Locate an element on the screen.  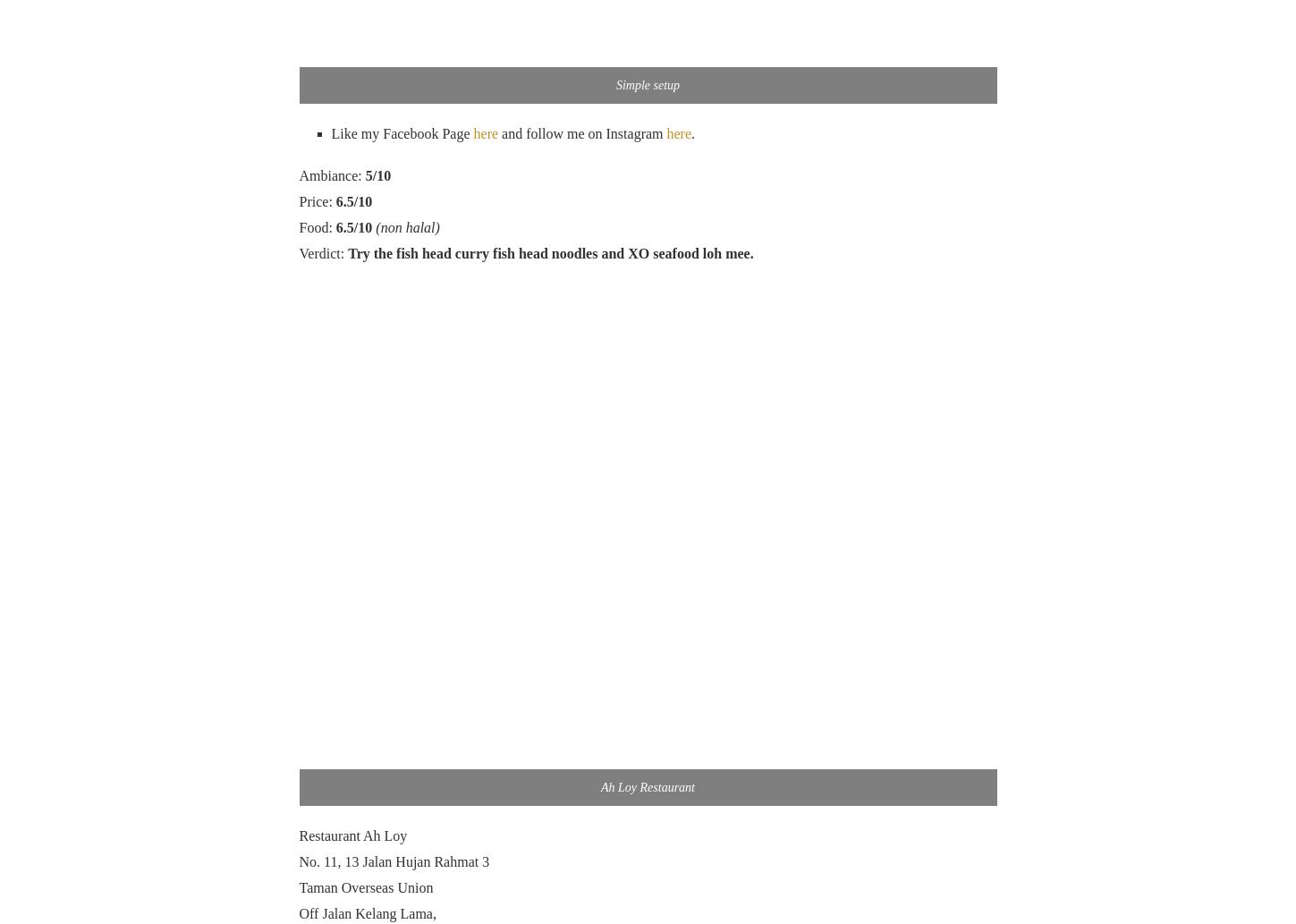
'Price:' is located at coordinates (316, 200).